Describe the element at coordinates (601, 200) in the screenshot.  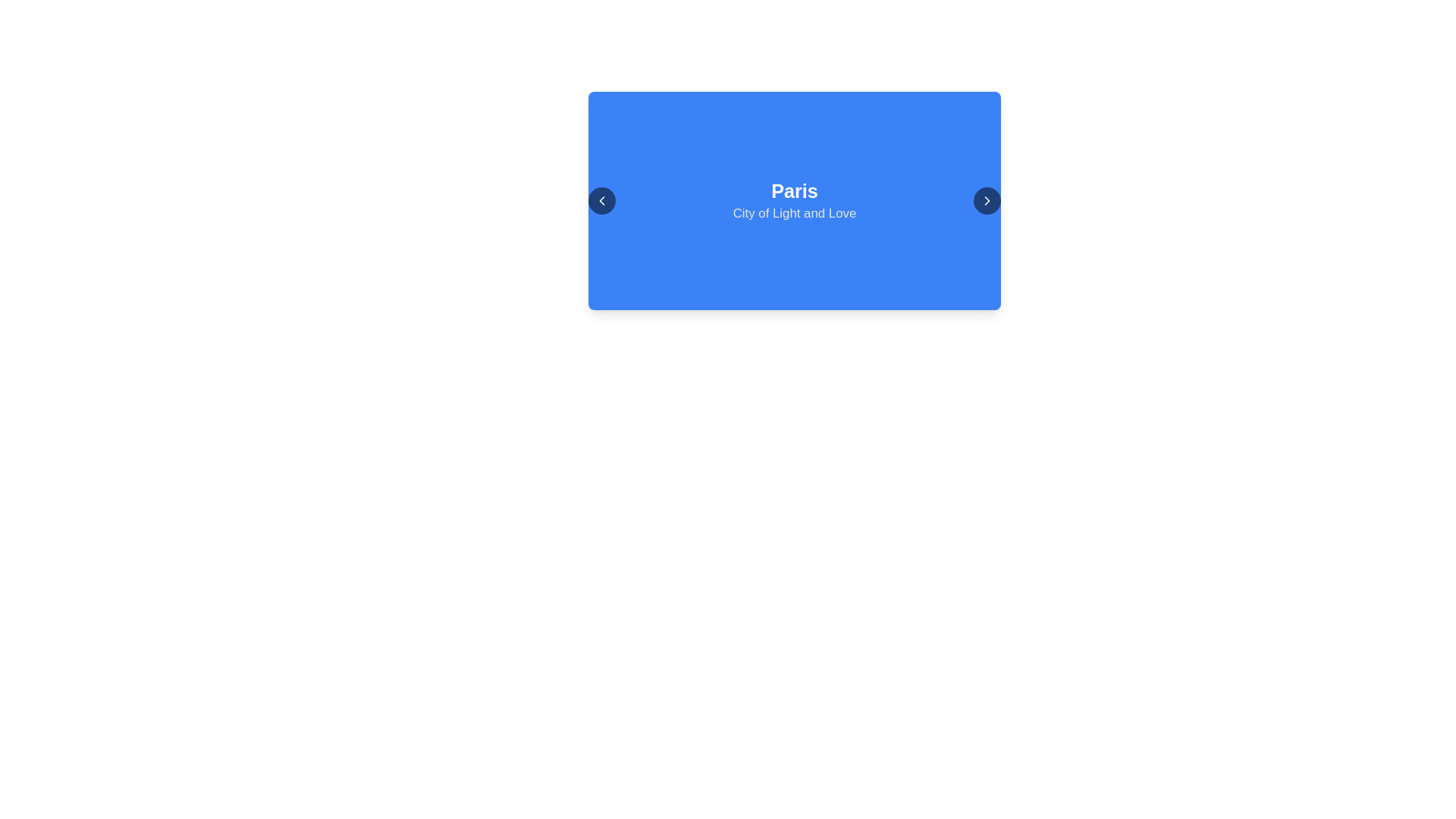
I see `the circular button with a dark background and a leftward chevron icon in white at its center` at that location.